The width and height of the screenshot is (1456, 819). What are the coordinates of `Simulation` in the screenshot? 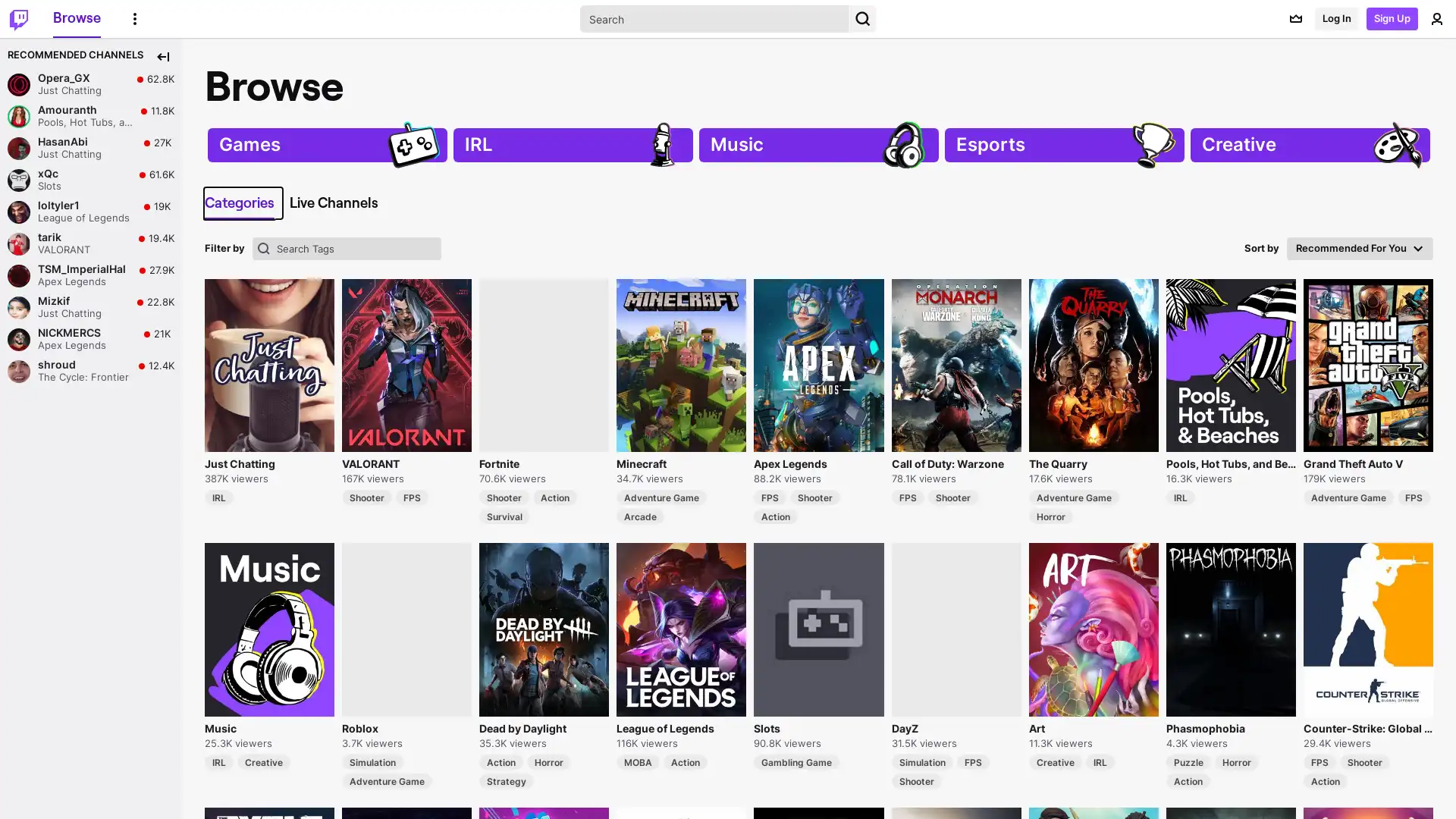 It's located at (921, 762).